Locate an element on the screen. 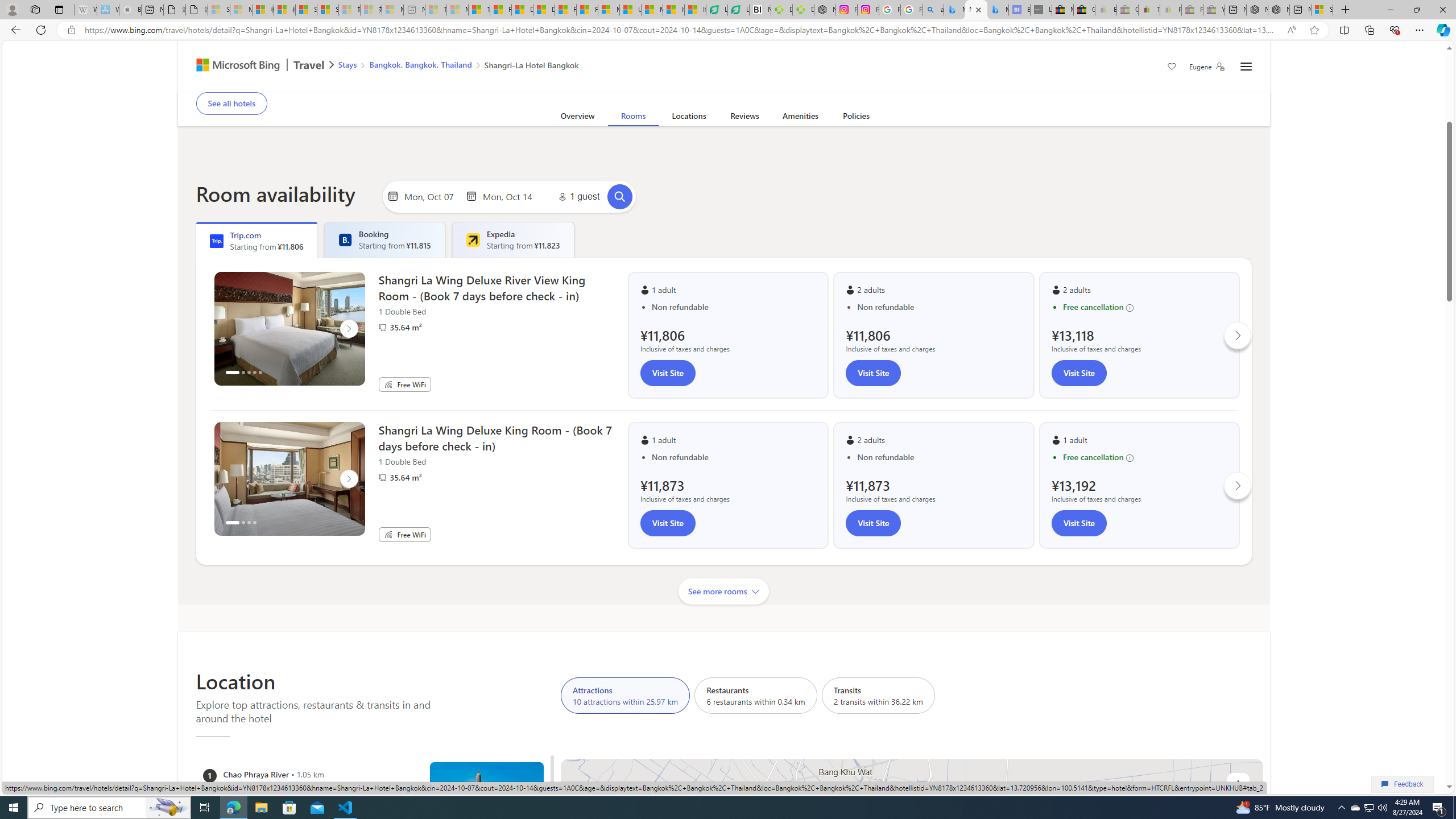 This screenshot has height=819, width=1456. 'alabama high school quarterback dies - Search' is located at coordinates (932, 9).